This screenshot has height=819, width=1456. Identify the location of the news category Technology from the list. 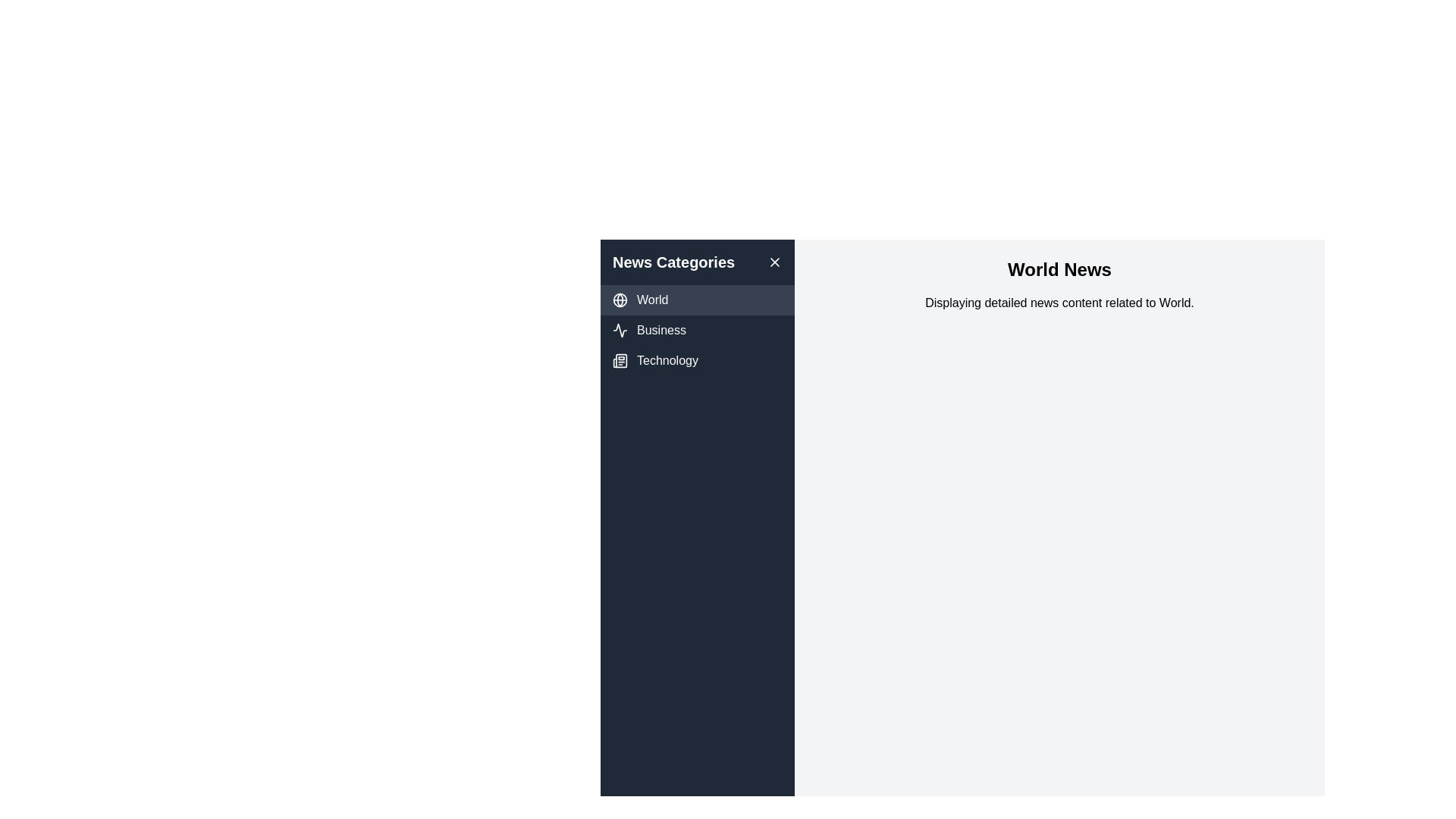
(697, 360).